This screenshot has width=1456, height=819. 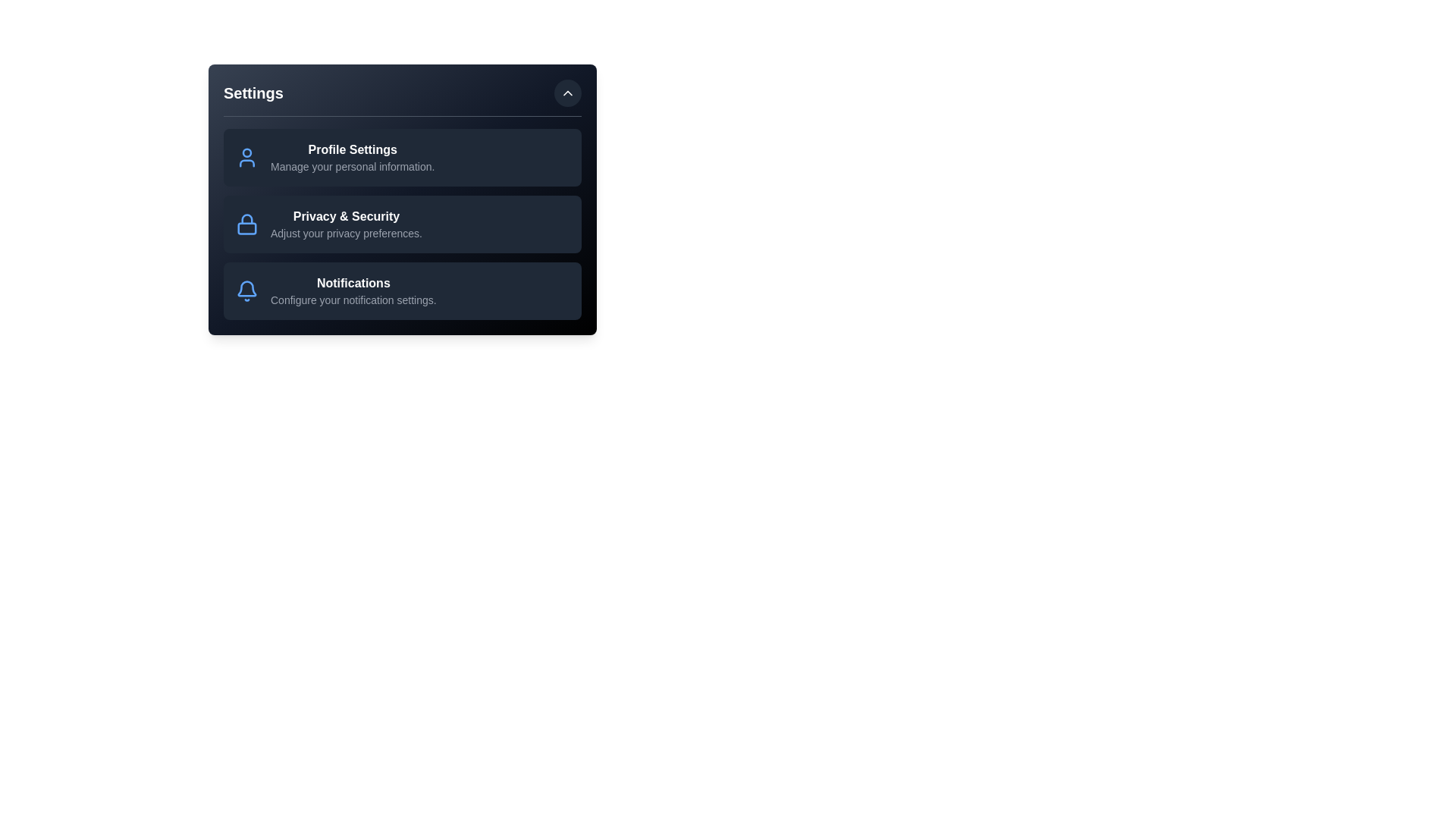 I want to click on the icon corresponding to Profile Settings to interact with it, so click(x=247, y=158).